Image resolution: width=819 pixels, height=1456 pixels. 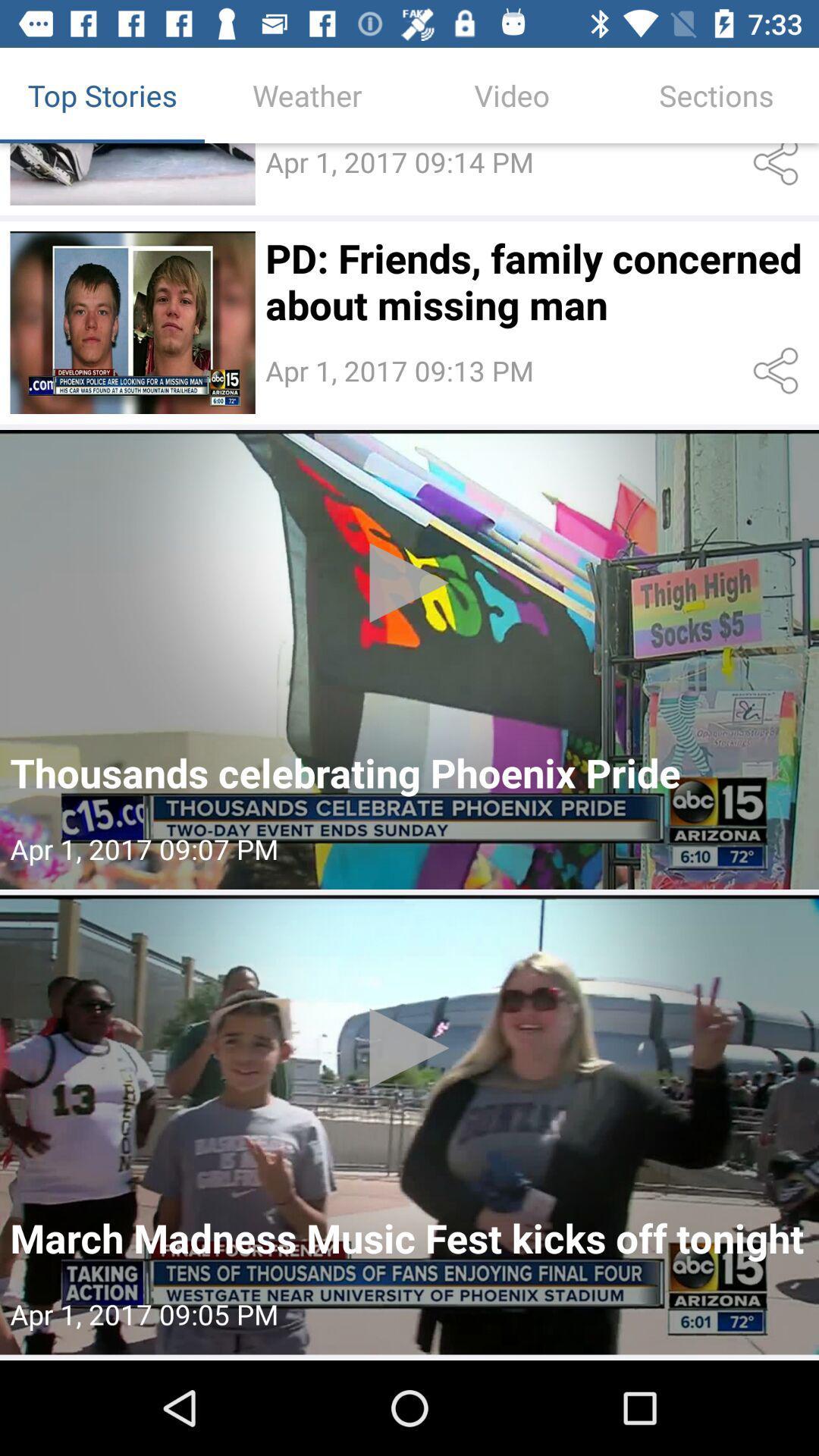 I want to click on new article thousands celebrating phoenix pride, so click(x=409, y=659).